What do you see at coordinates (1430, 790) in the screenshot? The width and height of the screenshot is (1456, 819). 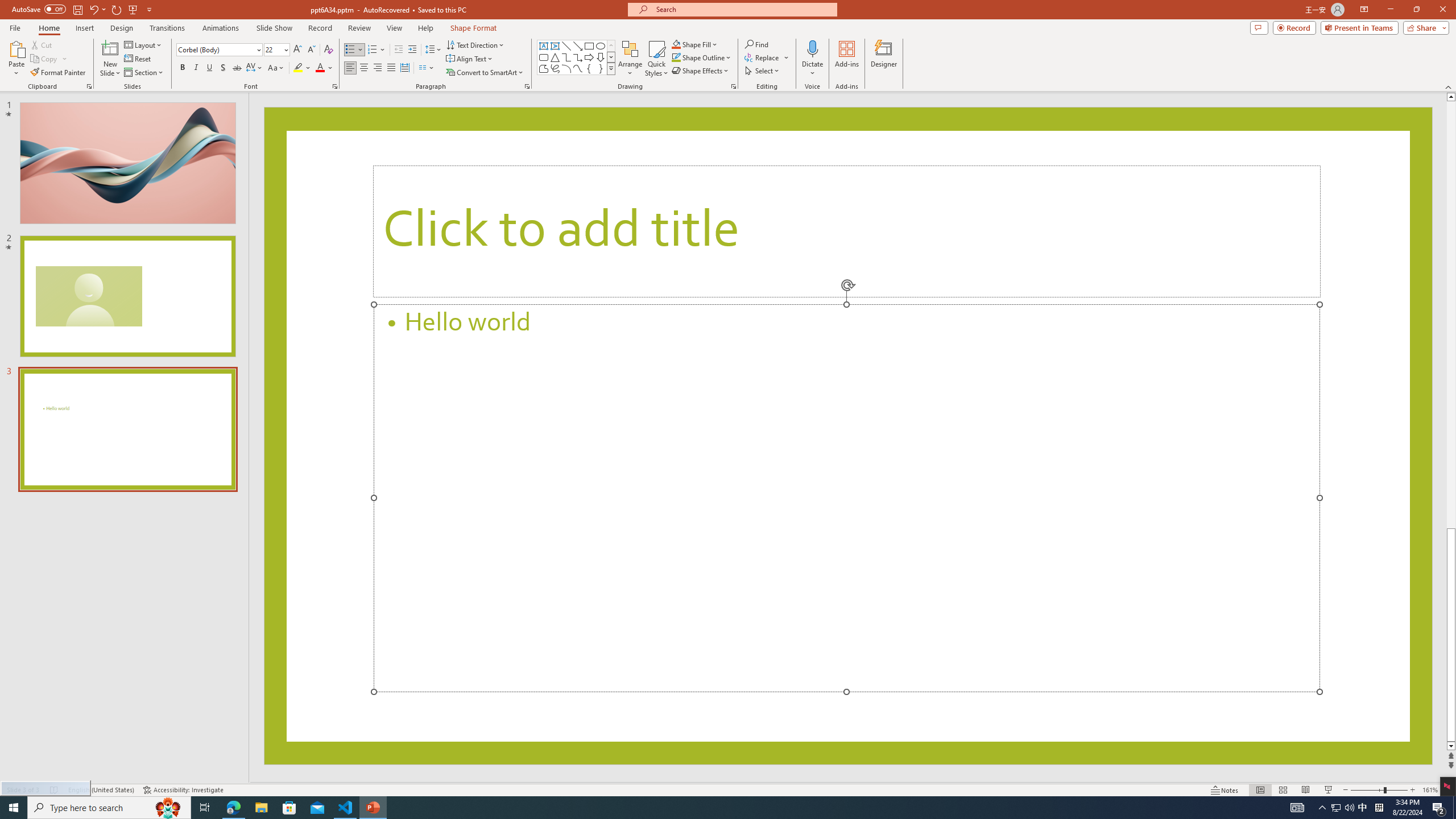 I see `'Zoom 161%'` at bounding box center [1430, 790].